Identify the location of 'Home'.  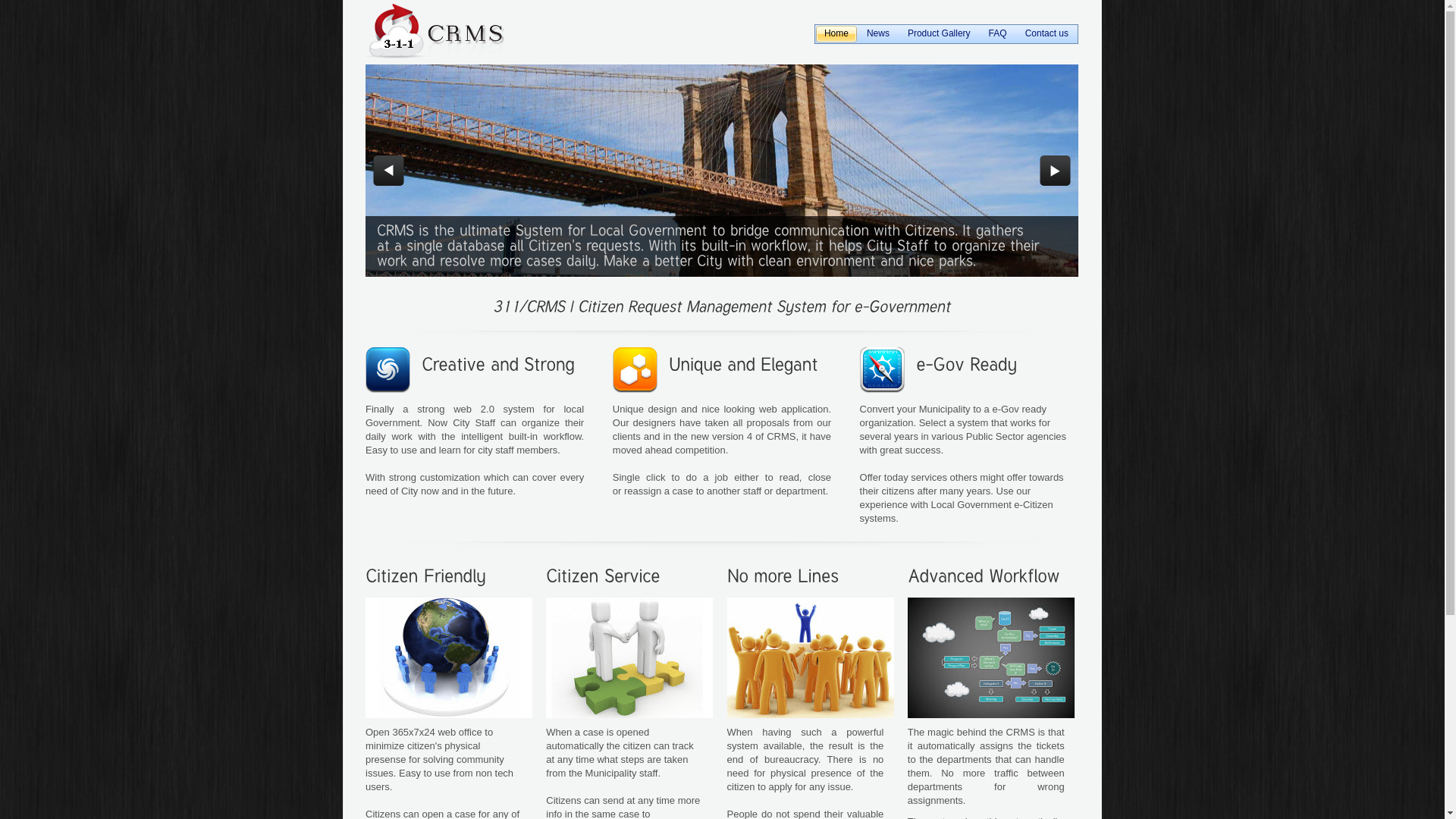
(836, 34).